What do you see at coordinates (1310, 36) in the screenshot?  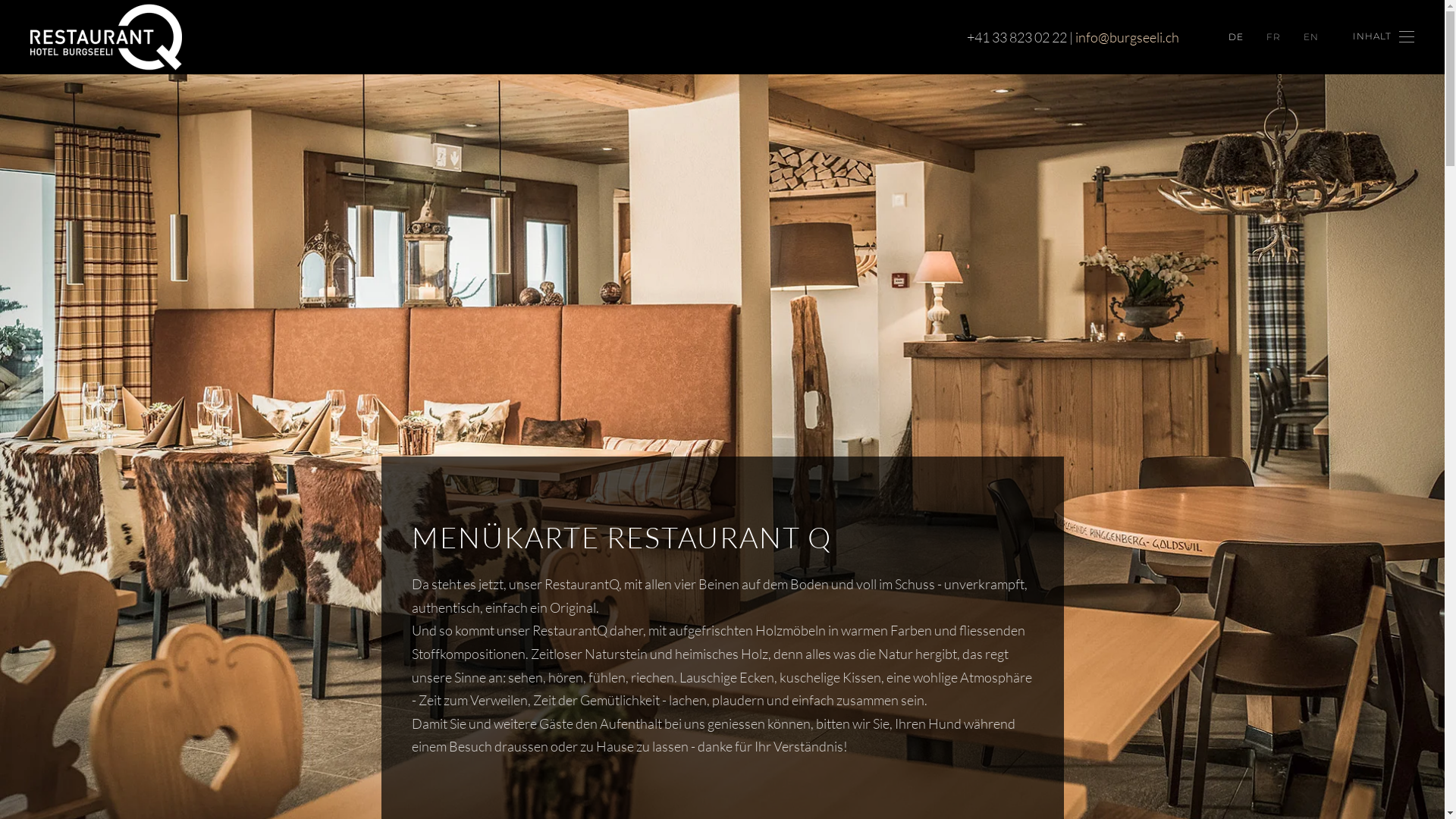 I see `'EN'` at bounding box center [1310, 36].